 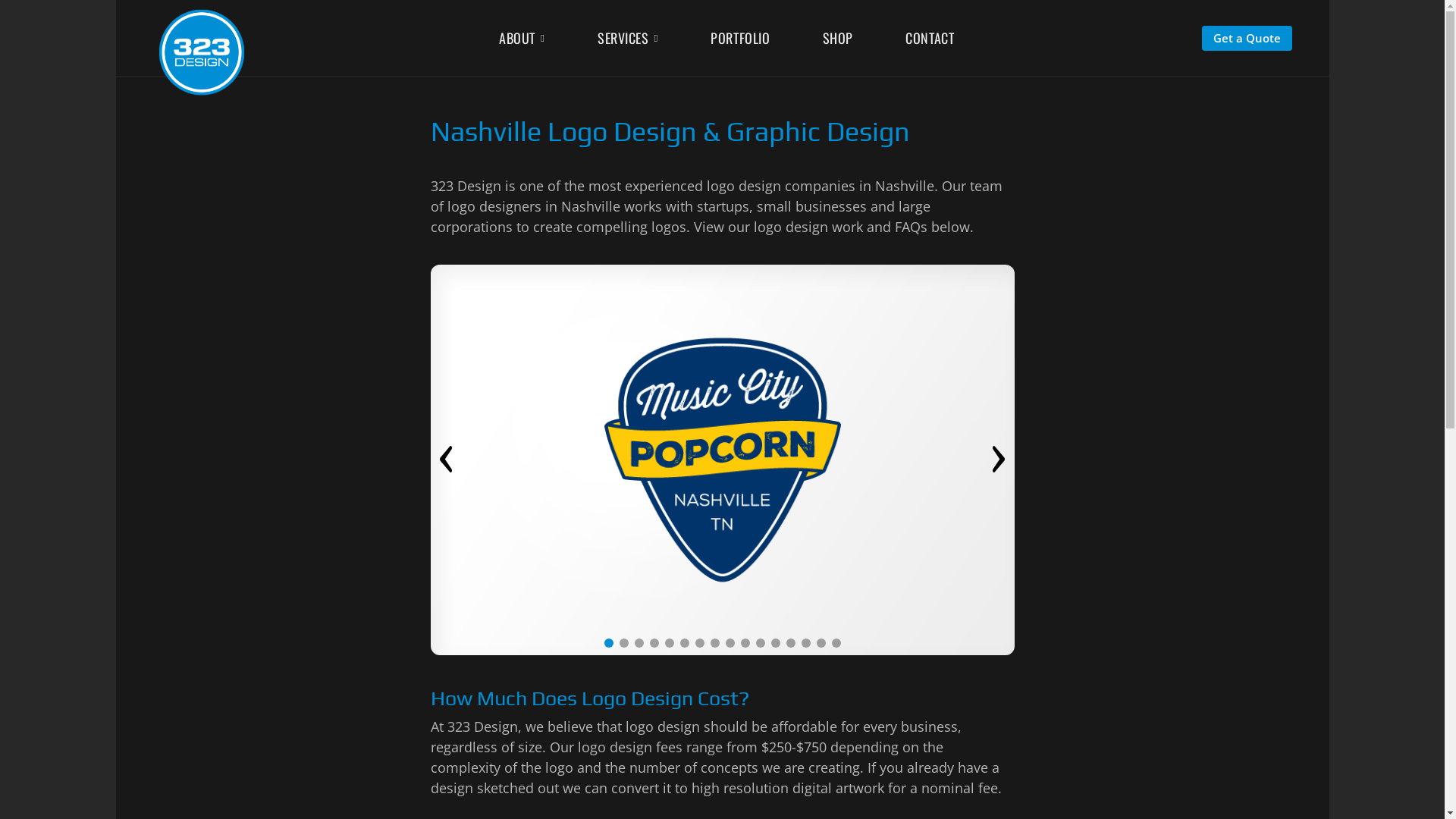 I want to click on '9', so click(x=729, y=643).